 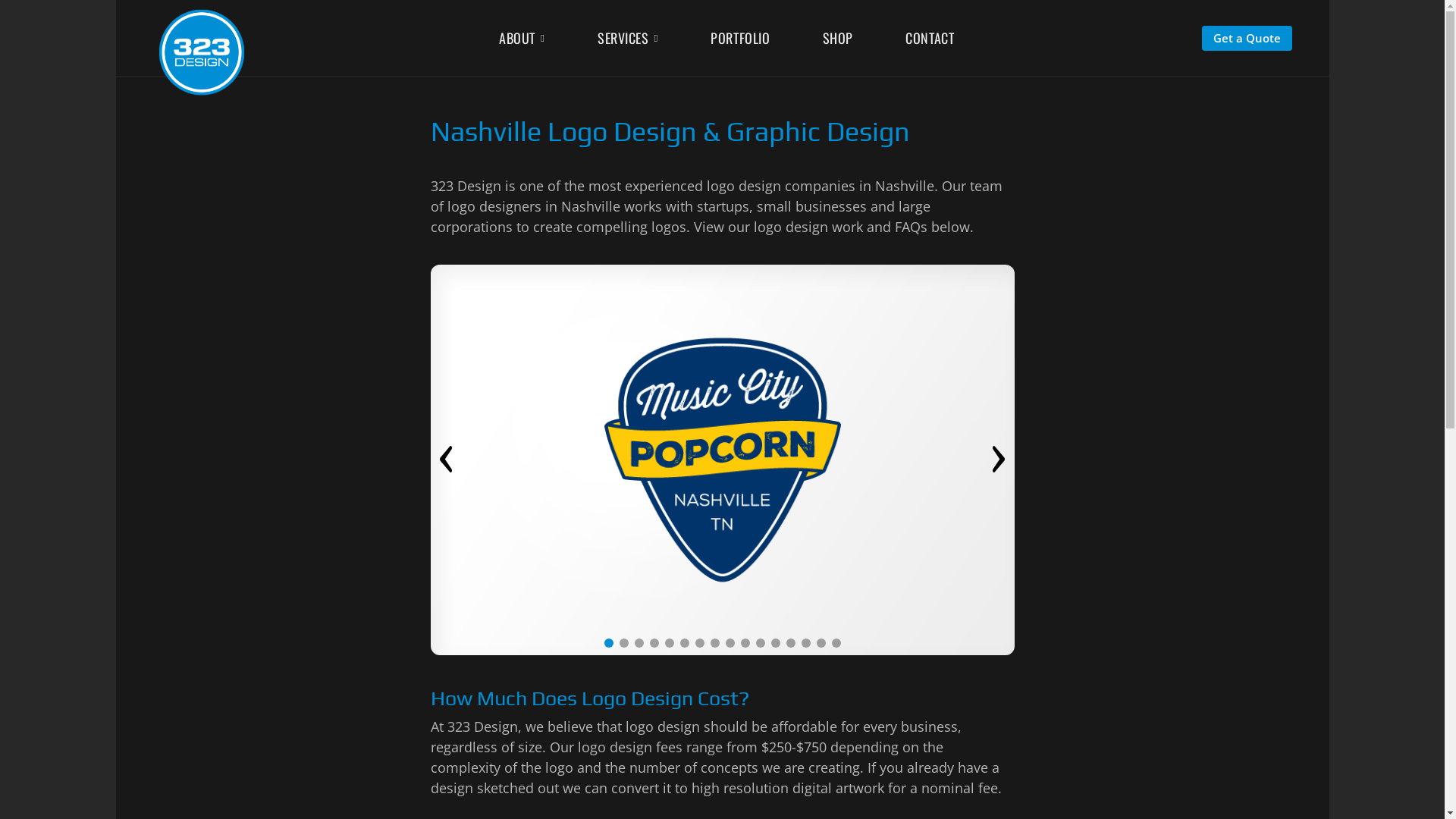 I want to click on '9', so click(x=729, y=643).